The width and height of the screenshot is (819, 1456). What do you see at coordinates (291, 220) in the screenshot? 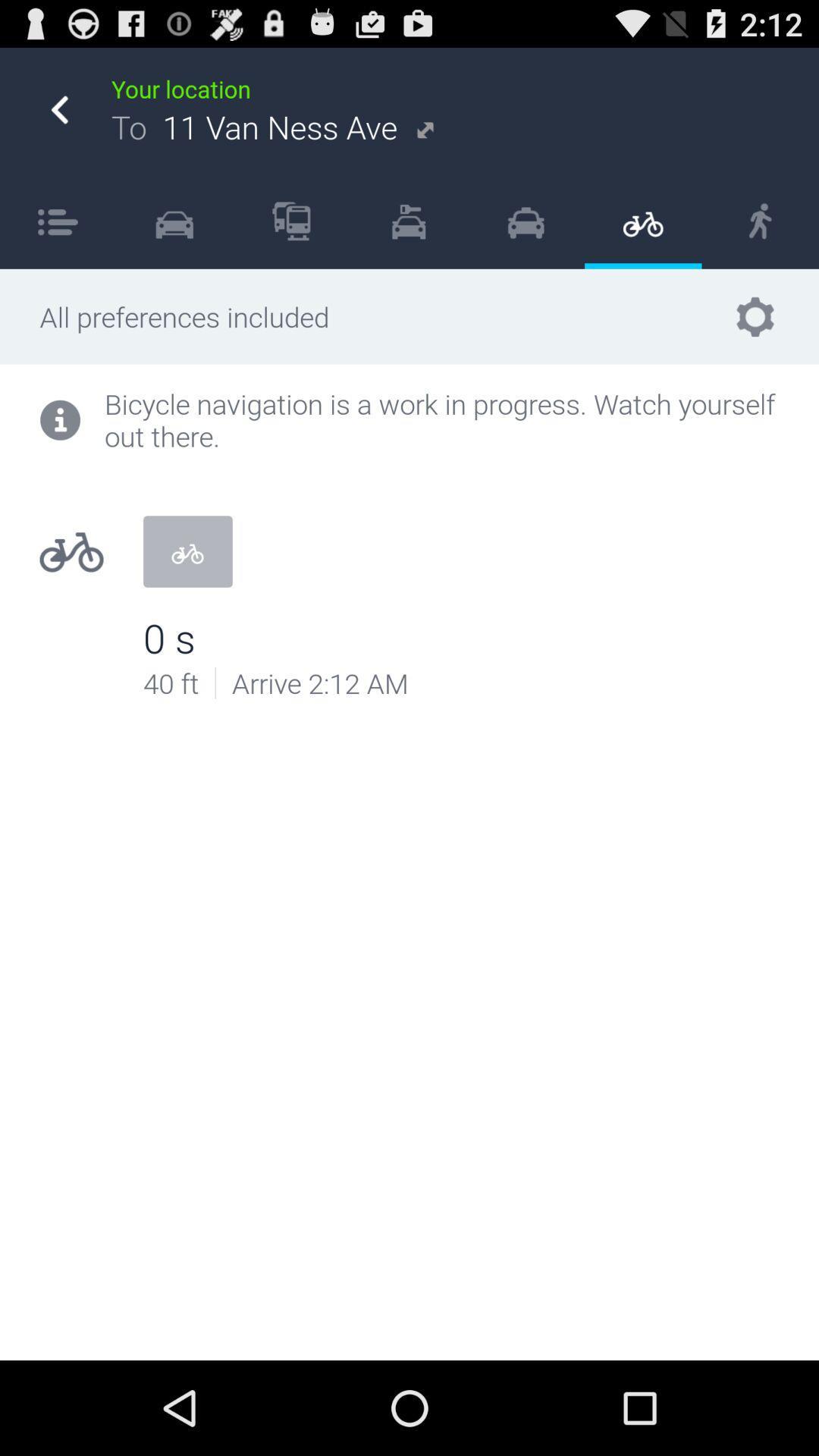
I see `the icon to the right of   icon` at bounding box center [291, 220].